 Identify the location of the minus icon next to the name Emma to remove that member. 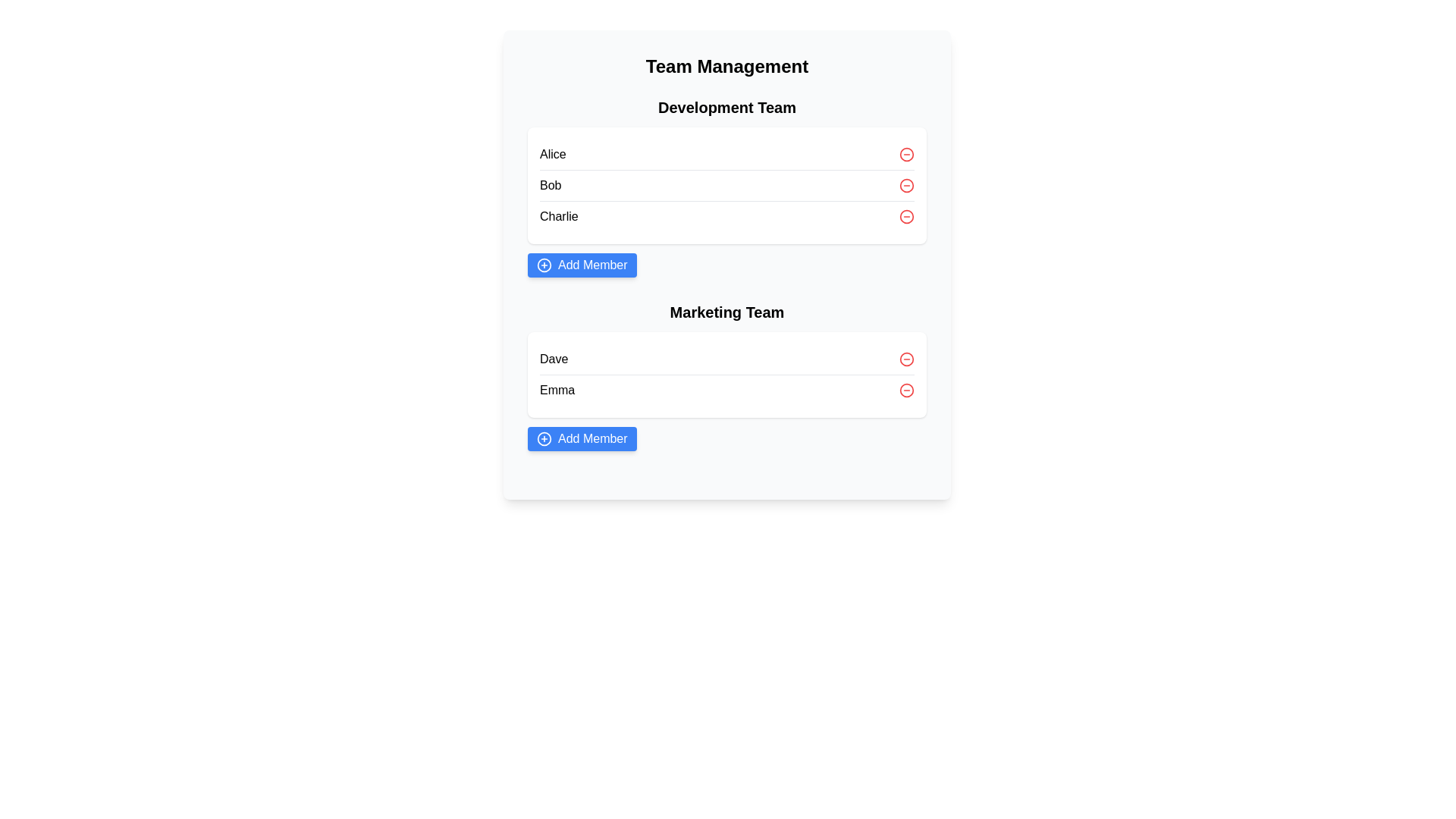
(906, 390).